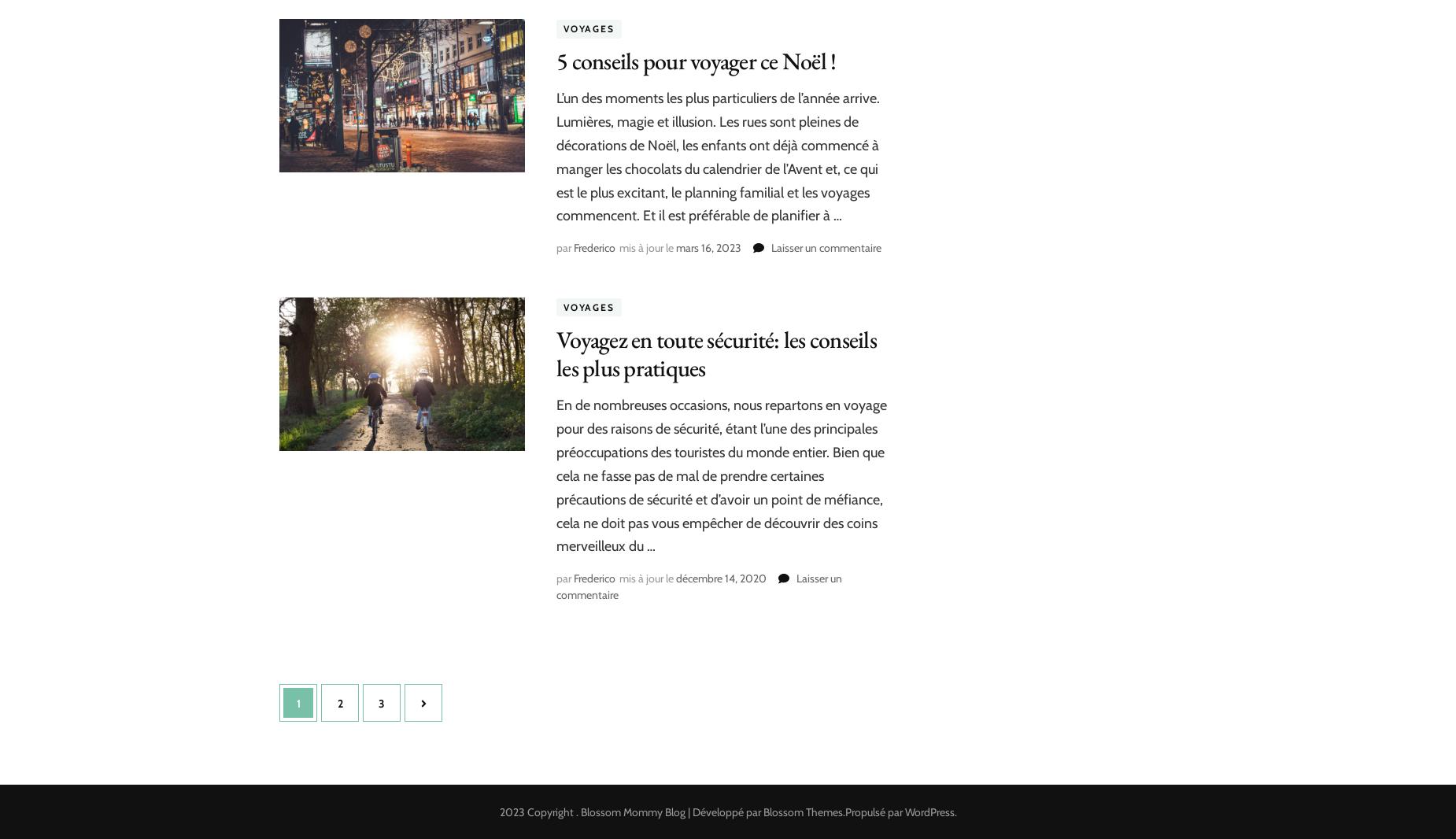  What do you see at coordinates (722, 475) in the screenshot?
I see `'En de nombreuses occasions, nous repartons en voyage pour des raisons de sécurité, étant l’une des principales préoccupations des touristes du monde entier. Bien que cela ne fasse pas de mal de prendre certaines précautions de sécurité et d’avoir un point de méfiance, cela ne doit pas vous empêcher de découvrir des coins merveilleux du …'` at bounding box center [722, 475].